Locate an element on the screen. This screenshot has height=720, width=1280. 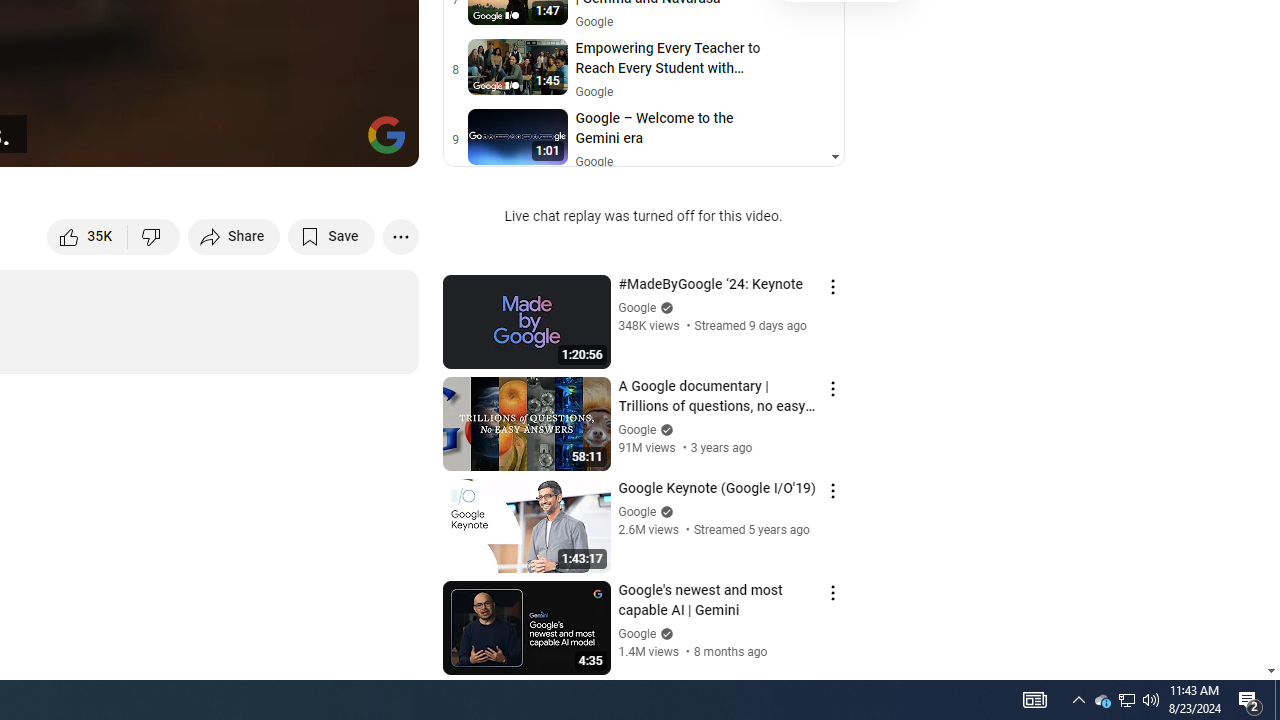
'Verified' is located at coordinates (664, 633).